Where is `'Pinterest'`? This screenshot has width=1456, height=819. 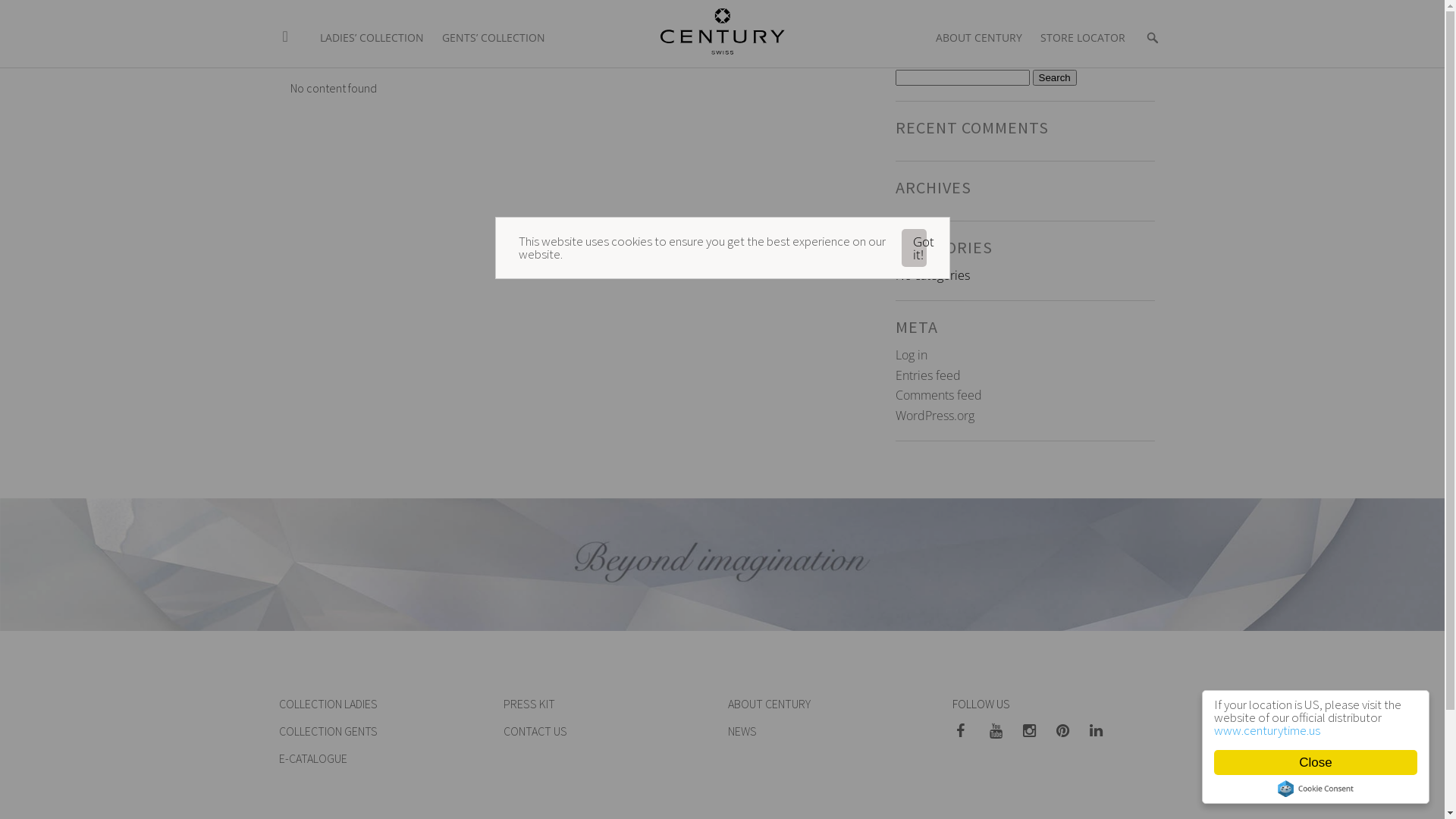
'Pinterest' is located at coordinates (1066, 730).